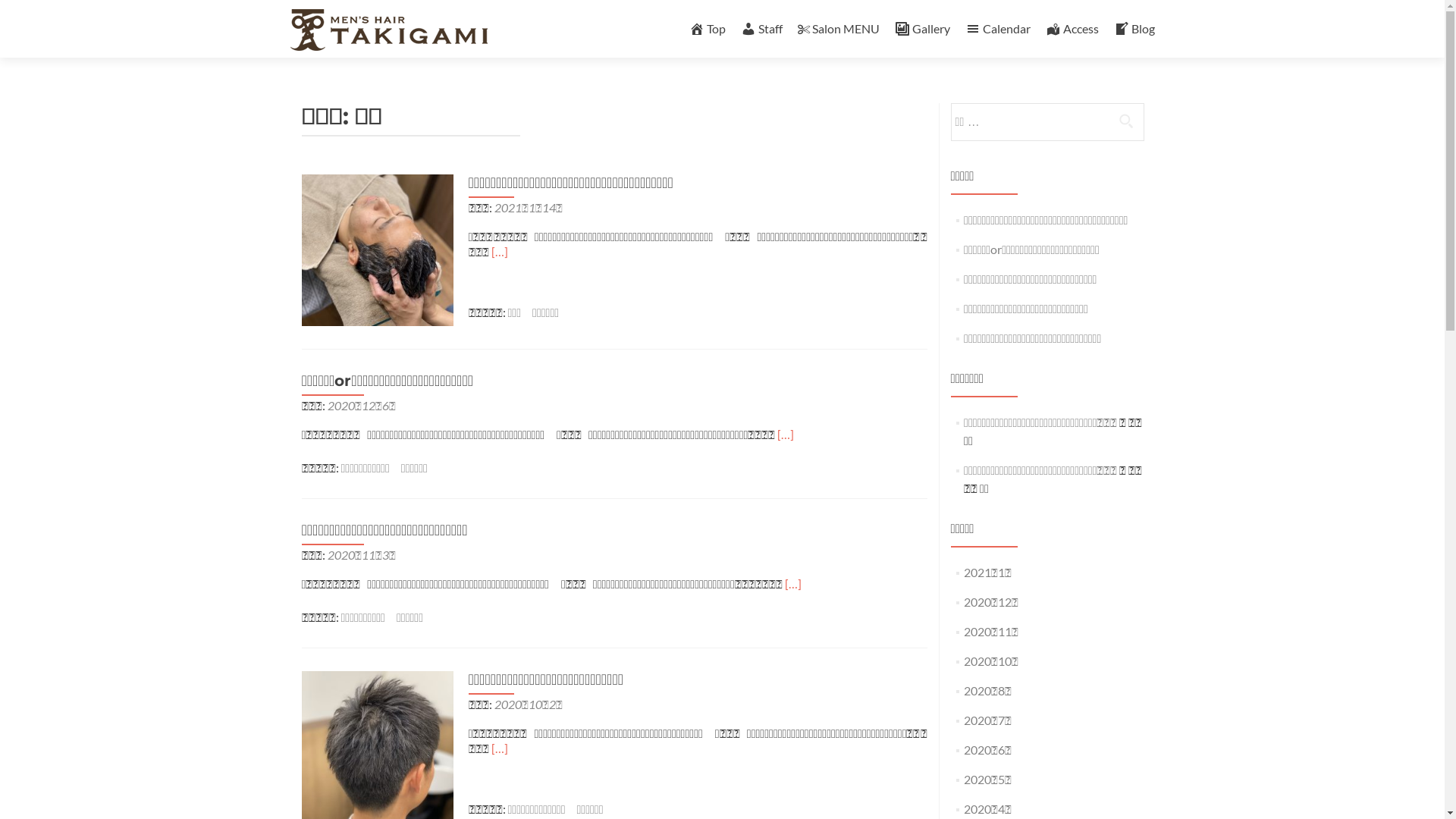 Image resolution: width=1456 pixels, height=819 pixels. I want to click on 'Gallery', so click(921, 28).